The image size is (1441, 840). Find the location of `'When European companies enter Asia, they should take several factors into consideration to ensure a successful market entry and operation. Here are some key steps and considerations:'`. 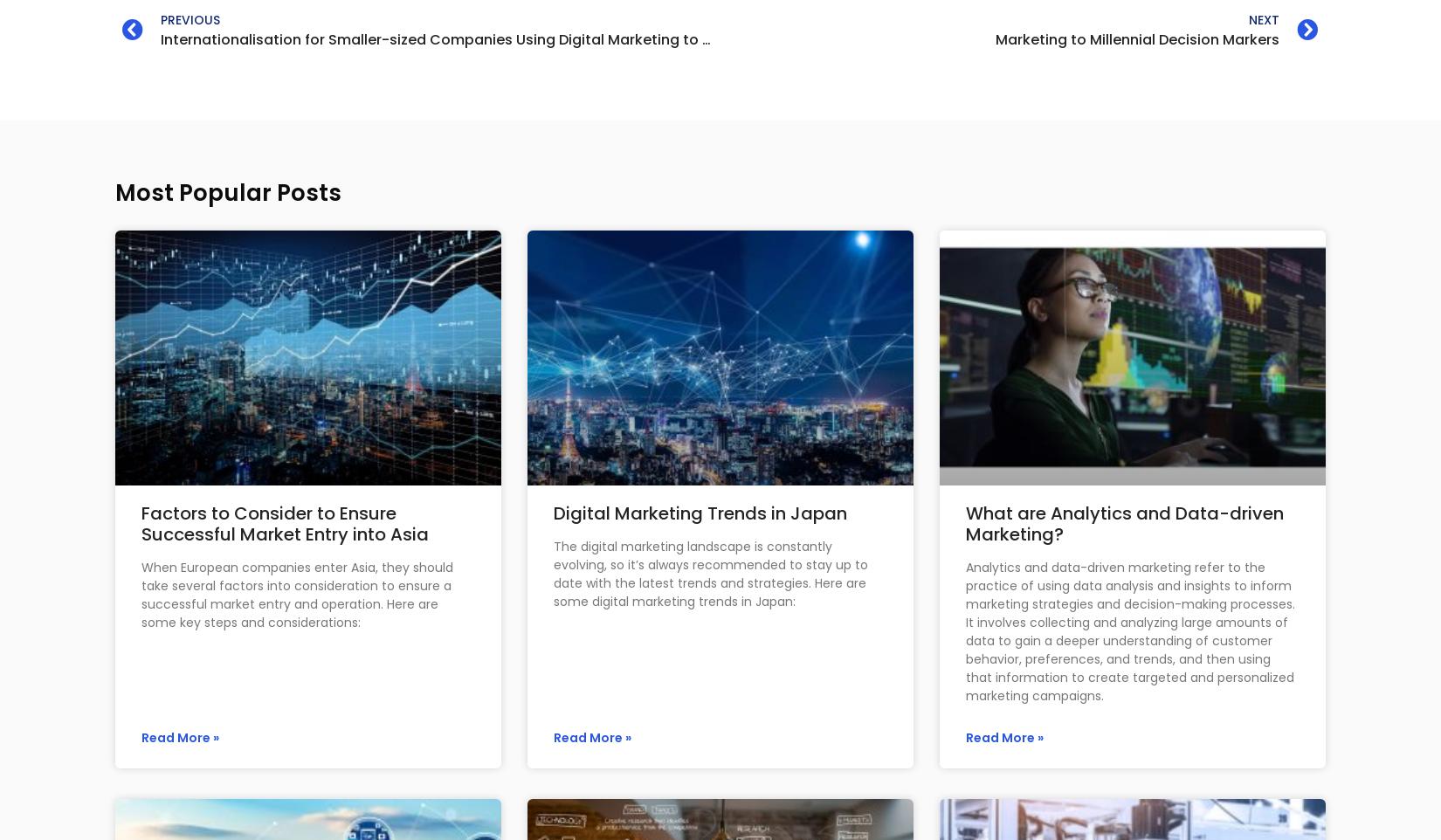

'When European companies enter Asia, they should take several factors into consideration to ensure a successful market entry and operation. Here are some key steps and considerations:' is located at coordinates (297, 593).